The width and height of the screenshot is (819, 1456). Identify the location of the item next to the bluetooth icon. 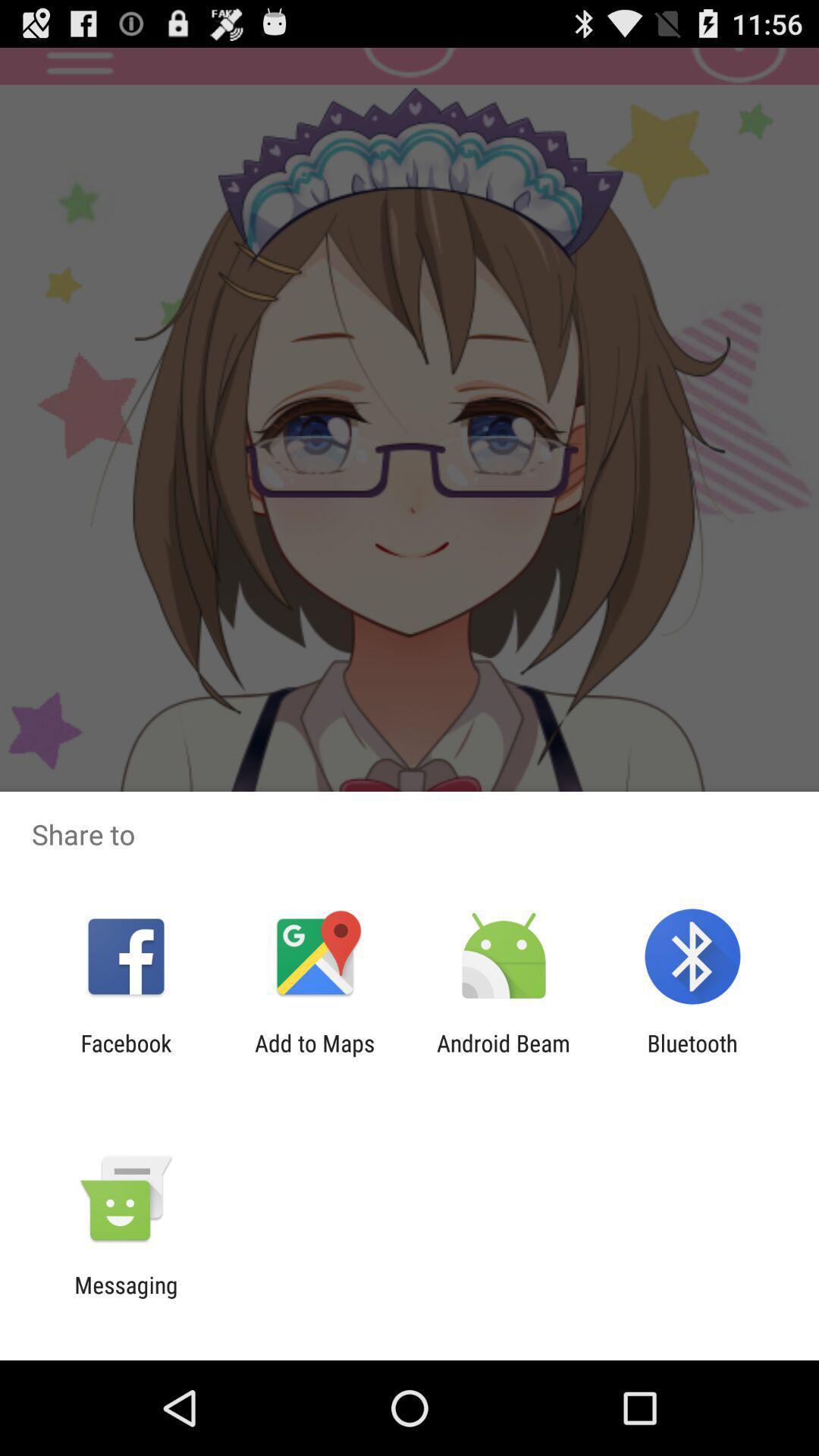
(504, 1056).